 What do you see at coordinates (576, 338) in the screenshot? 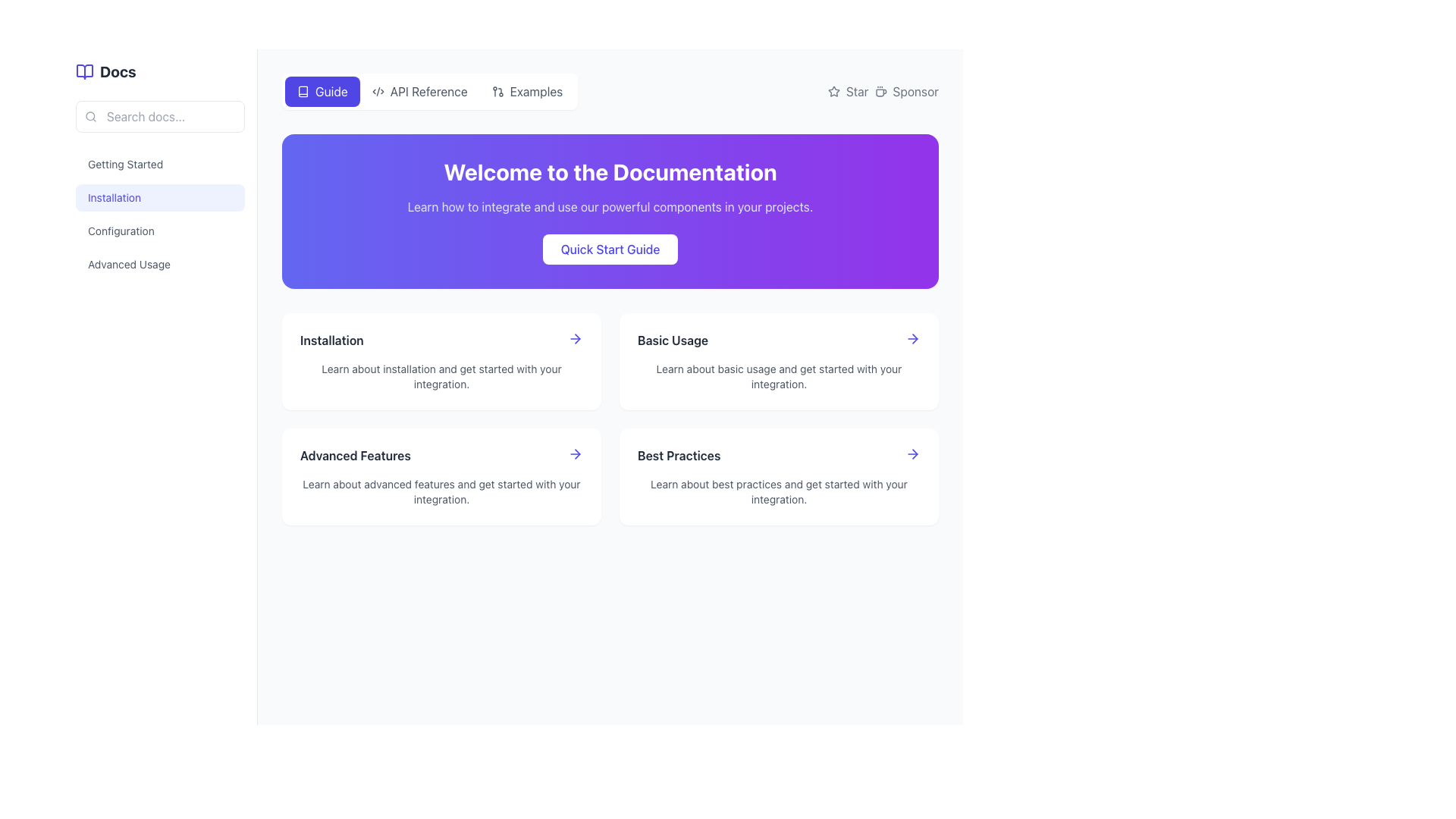
I see `the navigation icon located inside the button group in the right section of the 'Basic Usage' card, second from the left on the second row` at bounding box center [576, 338].